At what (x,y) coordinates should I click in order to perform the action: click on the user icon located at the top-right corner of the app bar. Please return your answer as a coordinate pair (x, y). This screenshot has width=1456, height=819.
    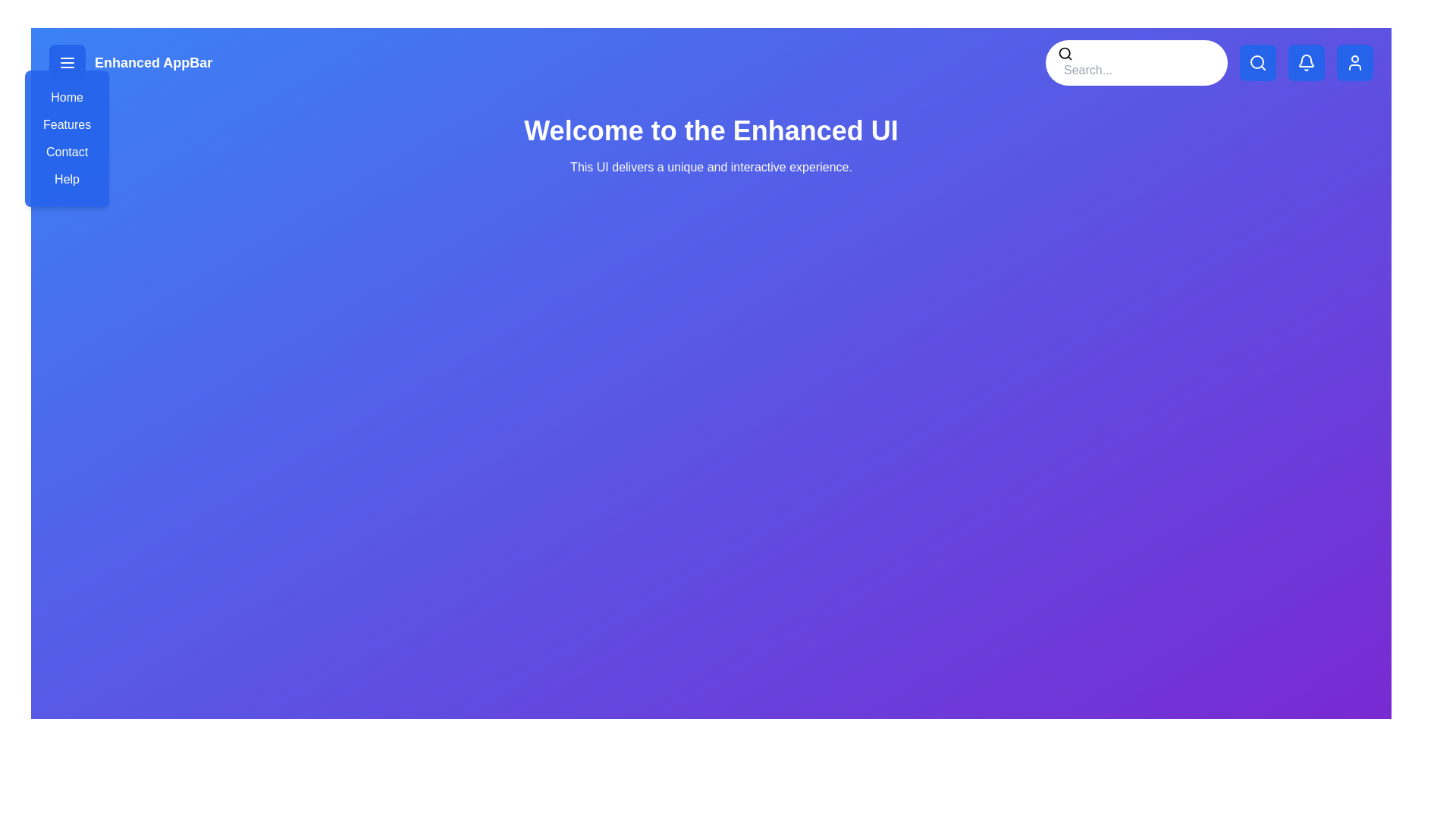
    Looking at the image, I should click on (1354, 62).